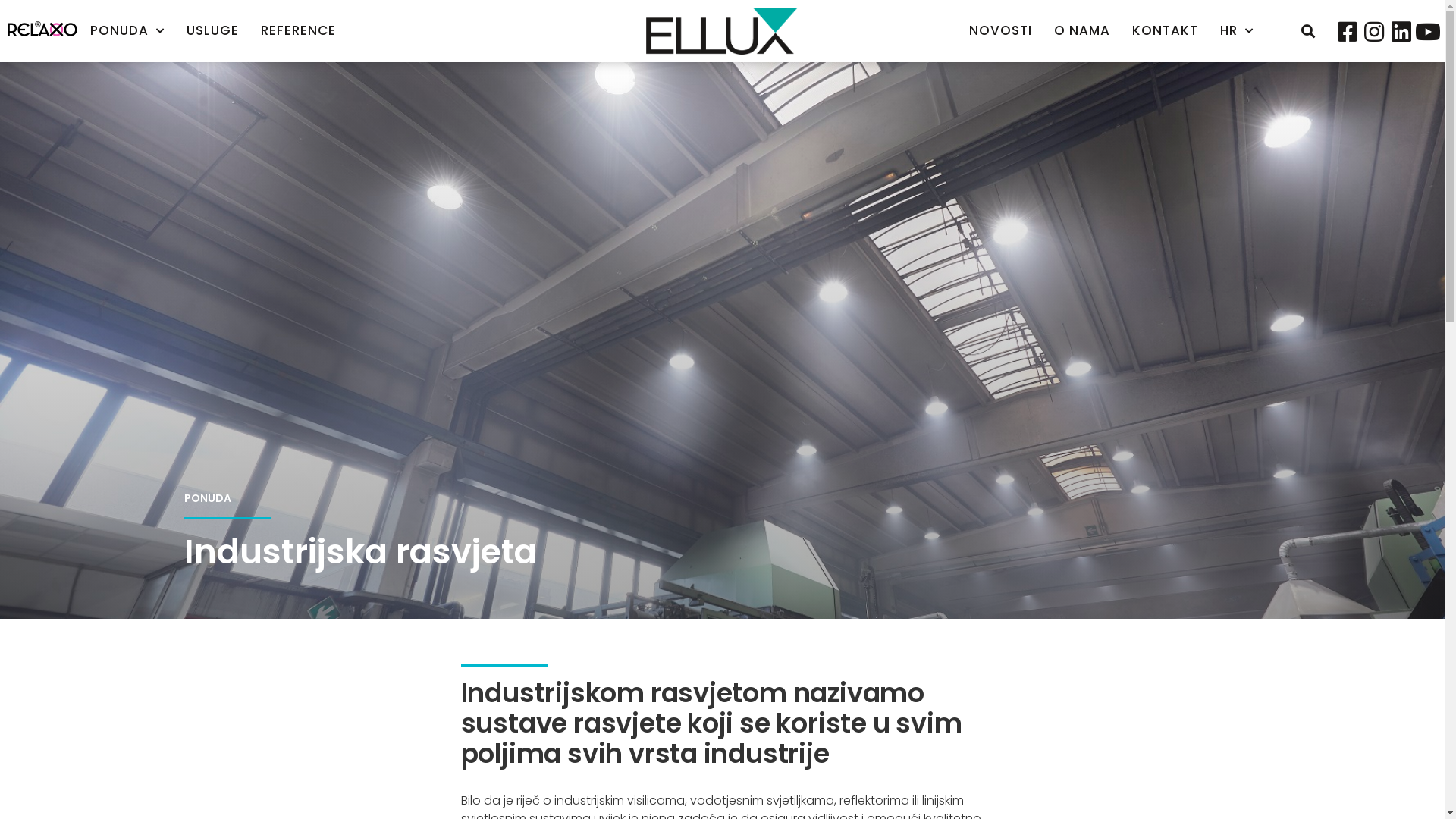  Describe the element at coordinates (298, 30) in the screenshot. I see `'REFERENCE'` at that location.